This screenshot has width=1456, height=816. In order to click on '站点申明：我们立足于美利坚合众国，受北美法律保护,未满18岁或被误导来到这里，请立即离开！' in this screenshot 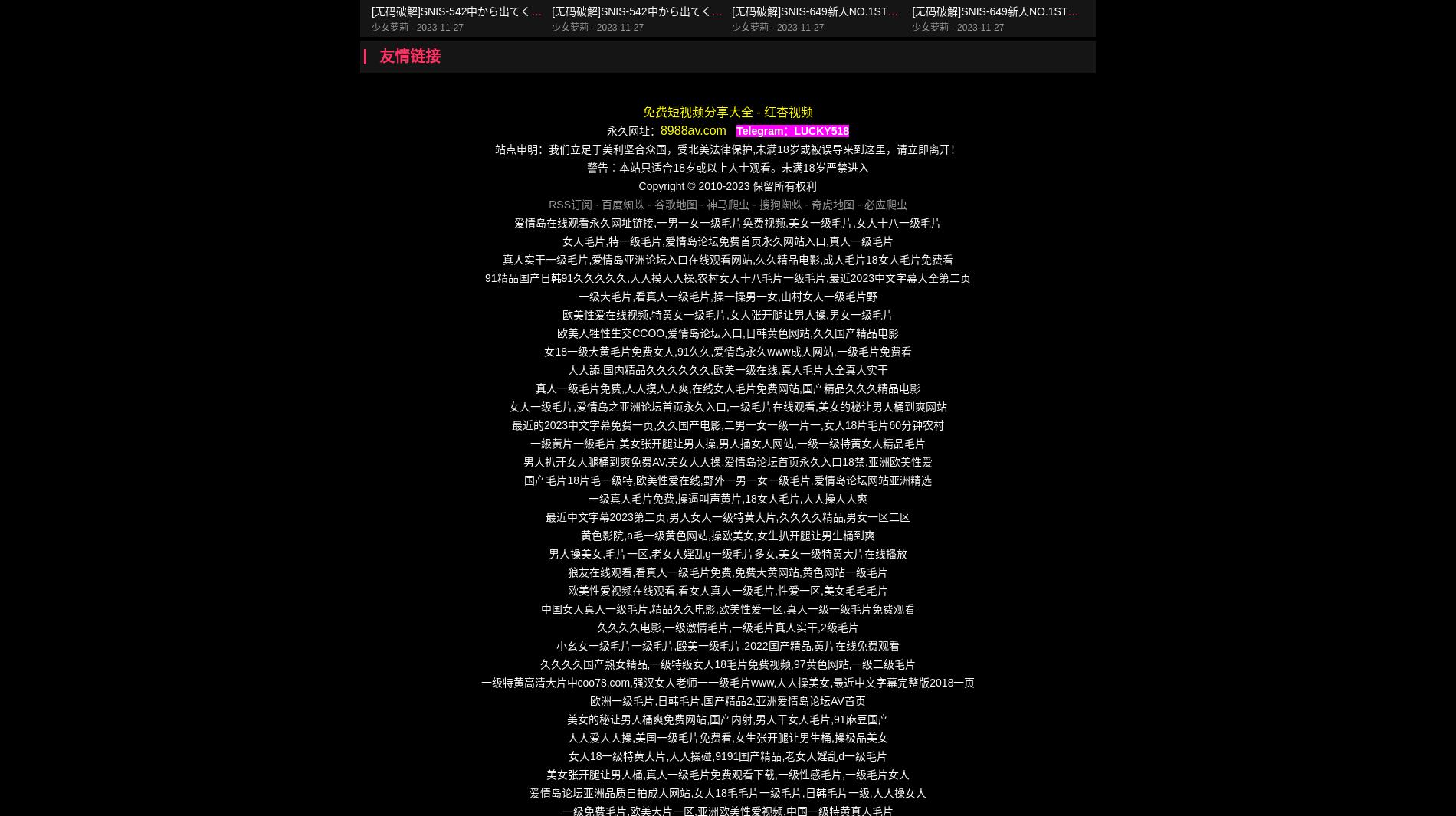, I will do `click(726, 149)`.